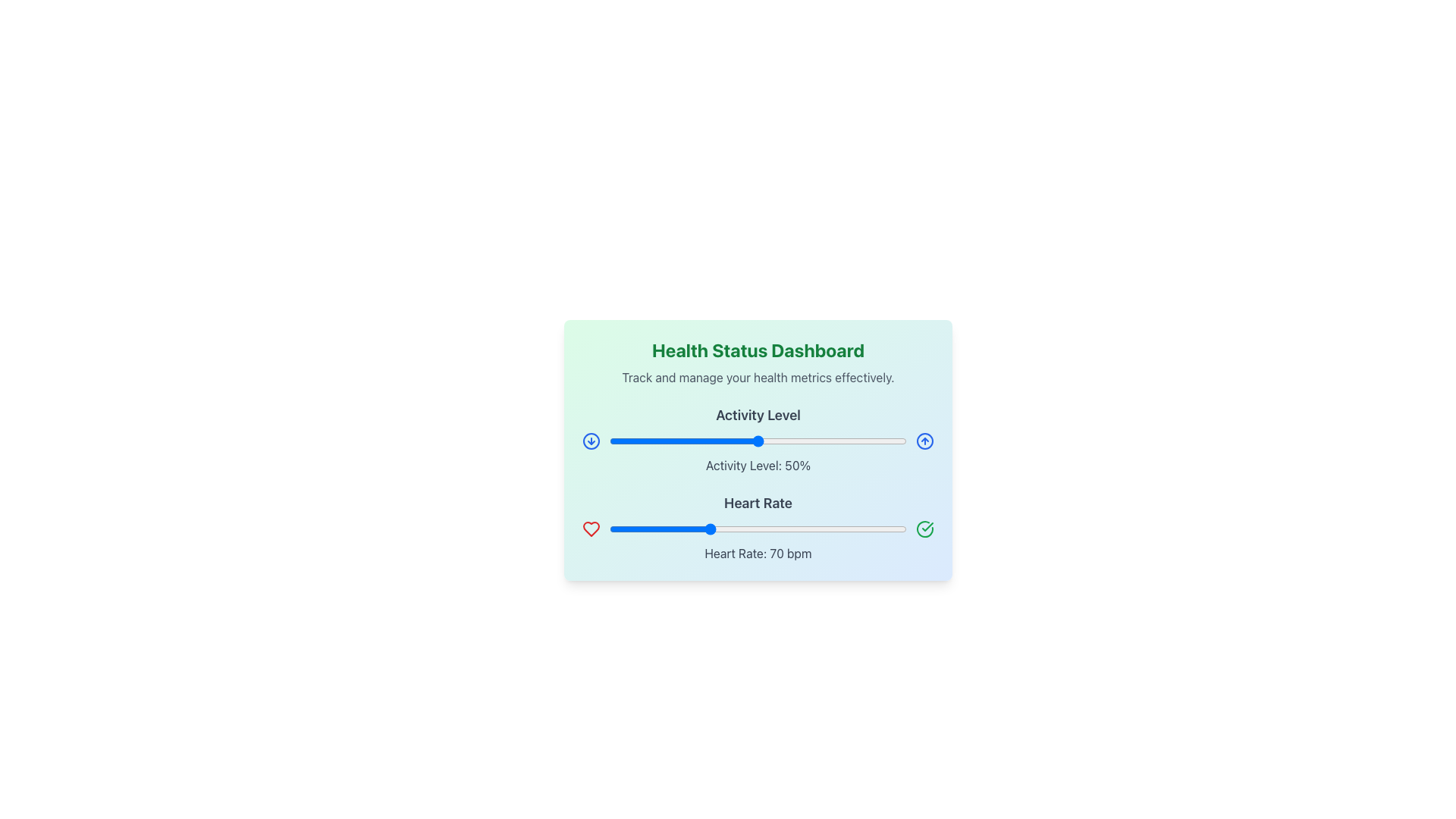 This screenshot has height=819, width=1456. What do you see at coordinates (758, 376) in the screenshot?
I see `the informative text displaying the message 'Track and manage your health metrics effectively.' which is styled in gray and positioned below the 'Health Status Dashboard' header` at bounding box center [758, 376].